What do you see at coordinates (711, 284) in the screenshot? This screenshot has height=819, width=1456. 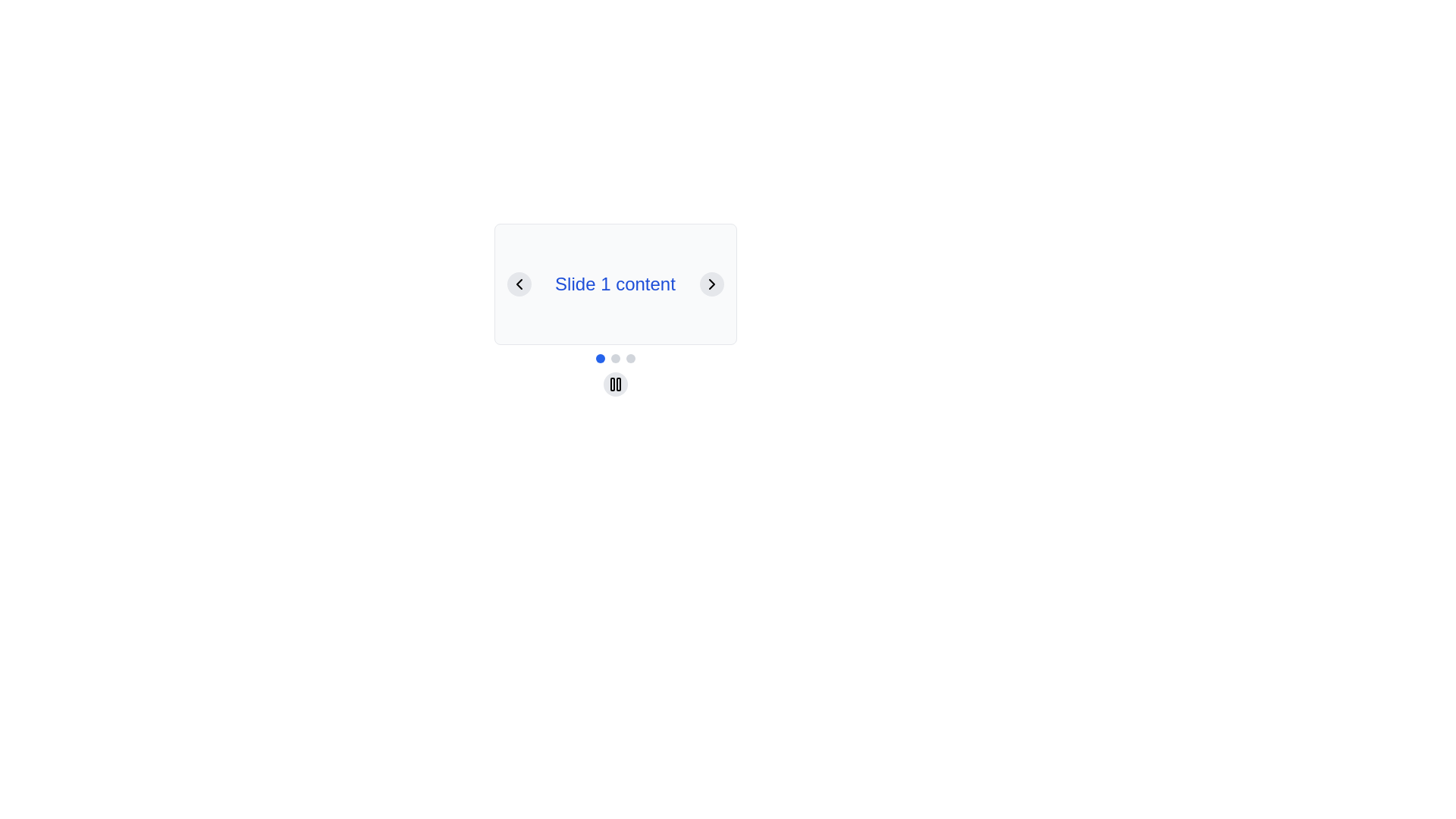 I see `the right-facing chevron icon button with a light gray background` at bounding box center [711, 284].